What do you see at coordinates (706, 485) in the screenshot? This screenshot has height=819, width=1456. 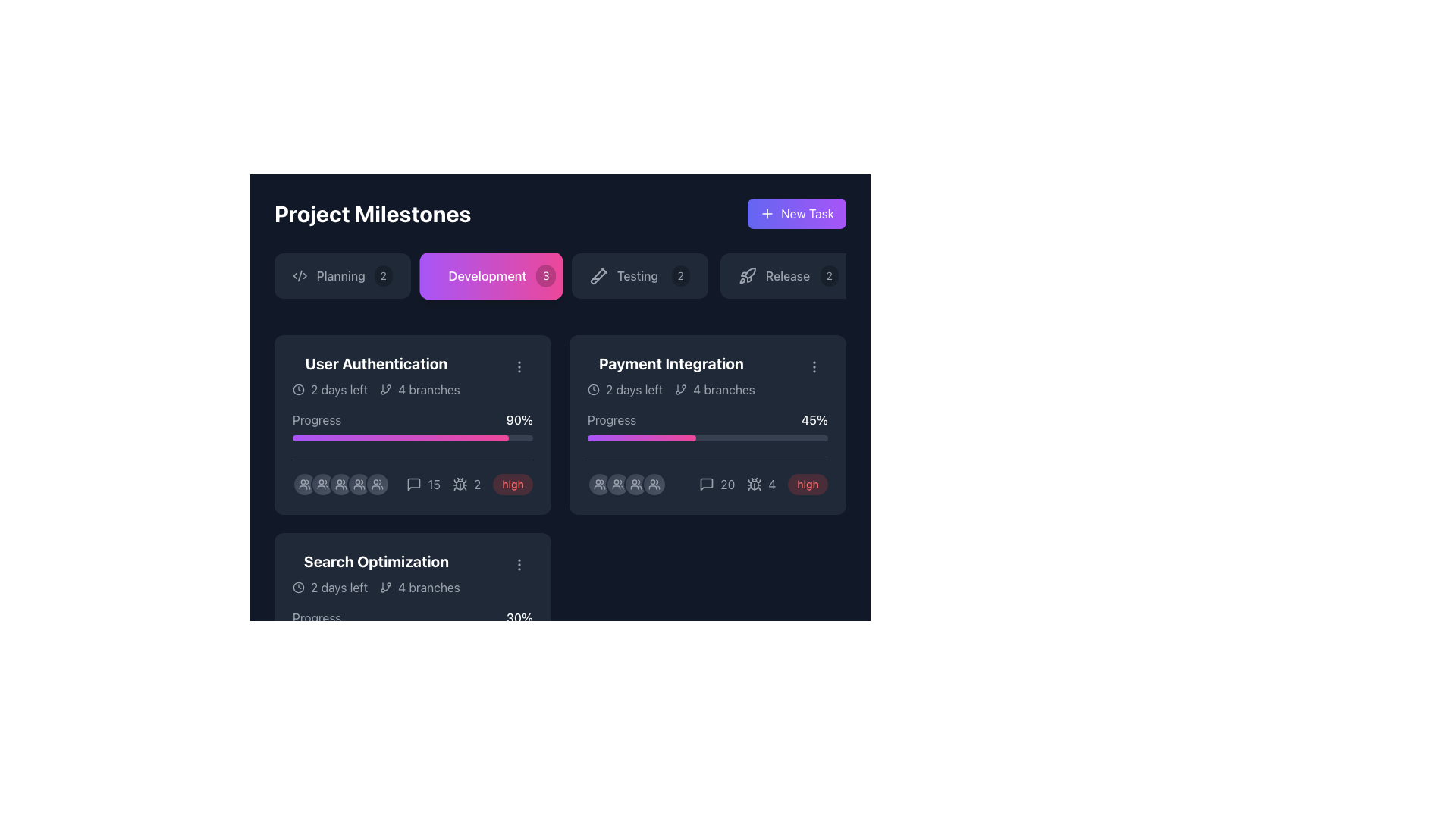 I see `the small square-shaped icon resembling a conversation bubble located in the bottom-right corner of the 'Payment Integration' card` at bounding box center [706, 485].